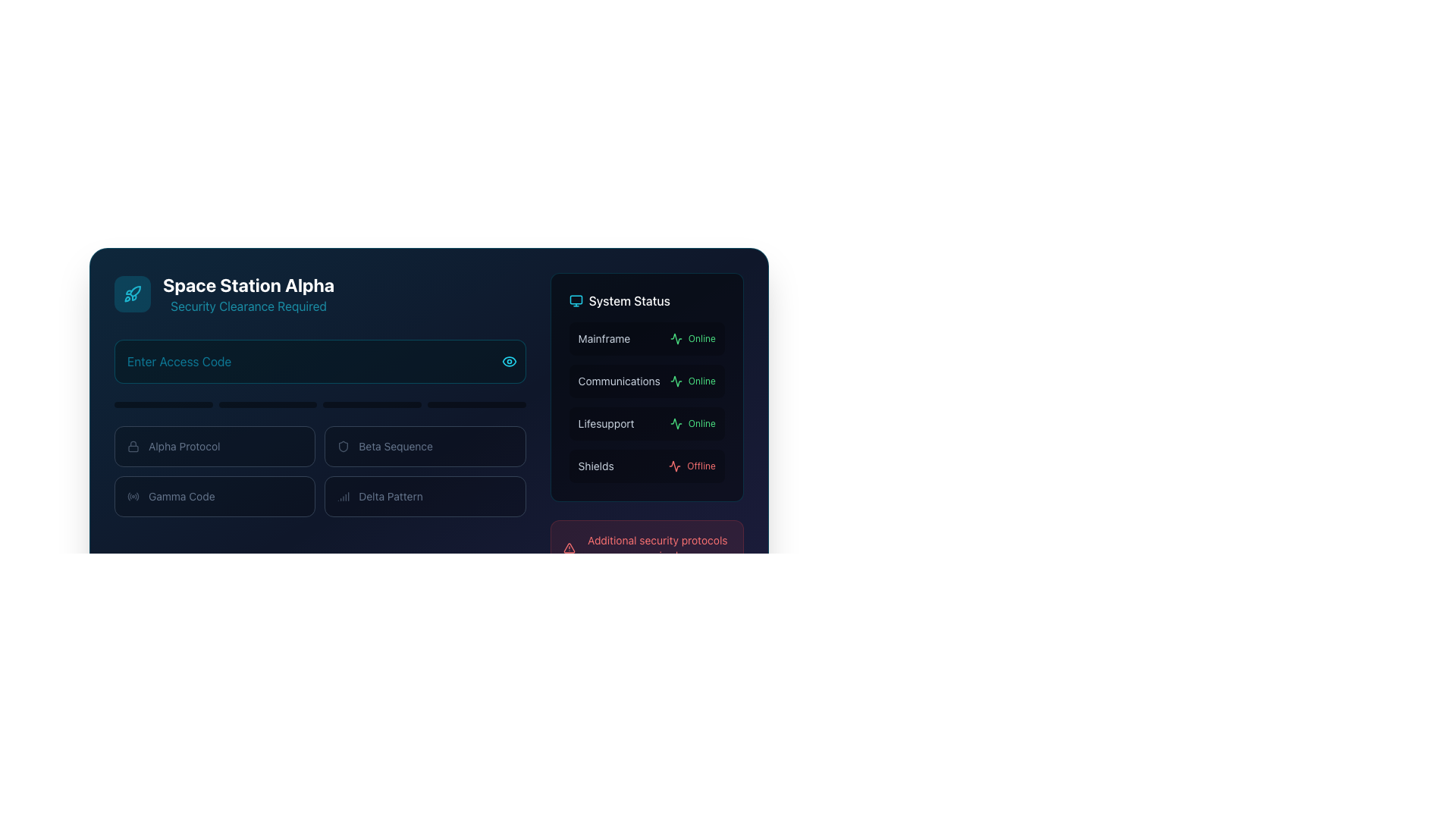  What do you see at coordinates (675, 424) in the screenshot?
I see `green waveform-like icon located in the 'System Status' panel, positioned to the left of the 'Online' label for the 'Communications' status` at bounding box center [675, 424].